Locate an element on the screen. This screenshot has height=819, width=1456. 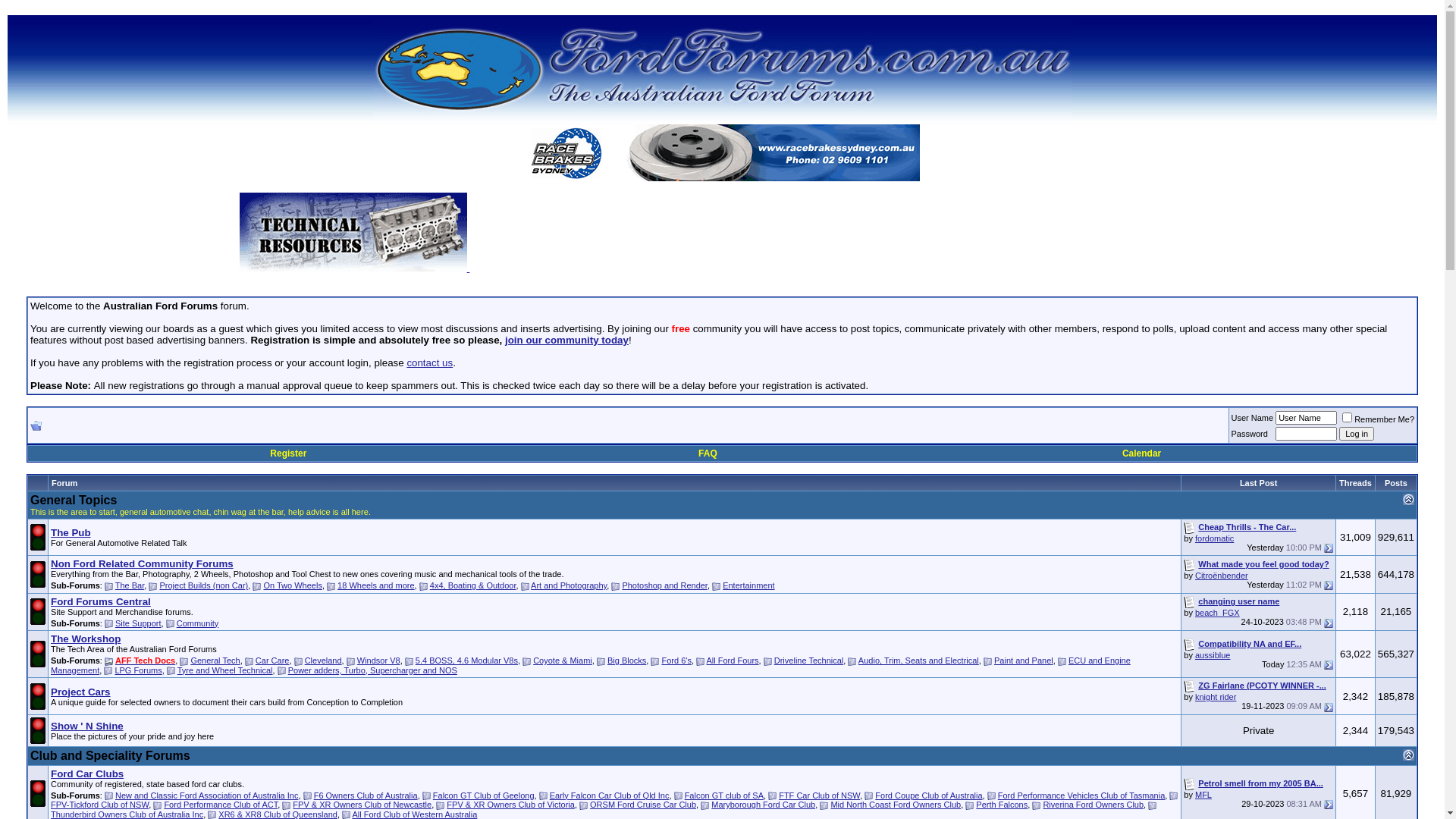
'On Two Wheels' is located at coordinates (292, 584).